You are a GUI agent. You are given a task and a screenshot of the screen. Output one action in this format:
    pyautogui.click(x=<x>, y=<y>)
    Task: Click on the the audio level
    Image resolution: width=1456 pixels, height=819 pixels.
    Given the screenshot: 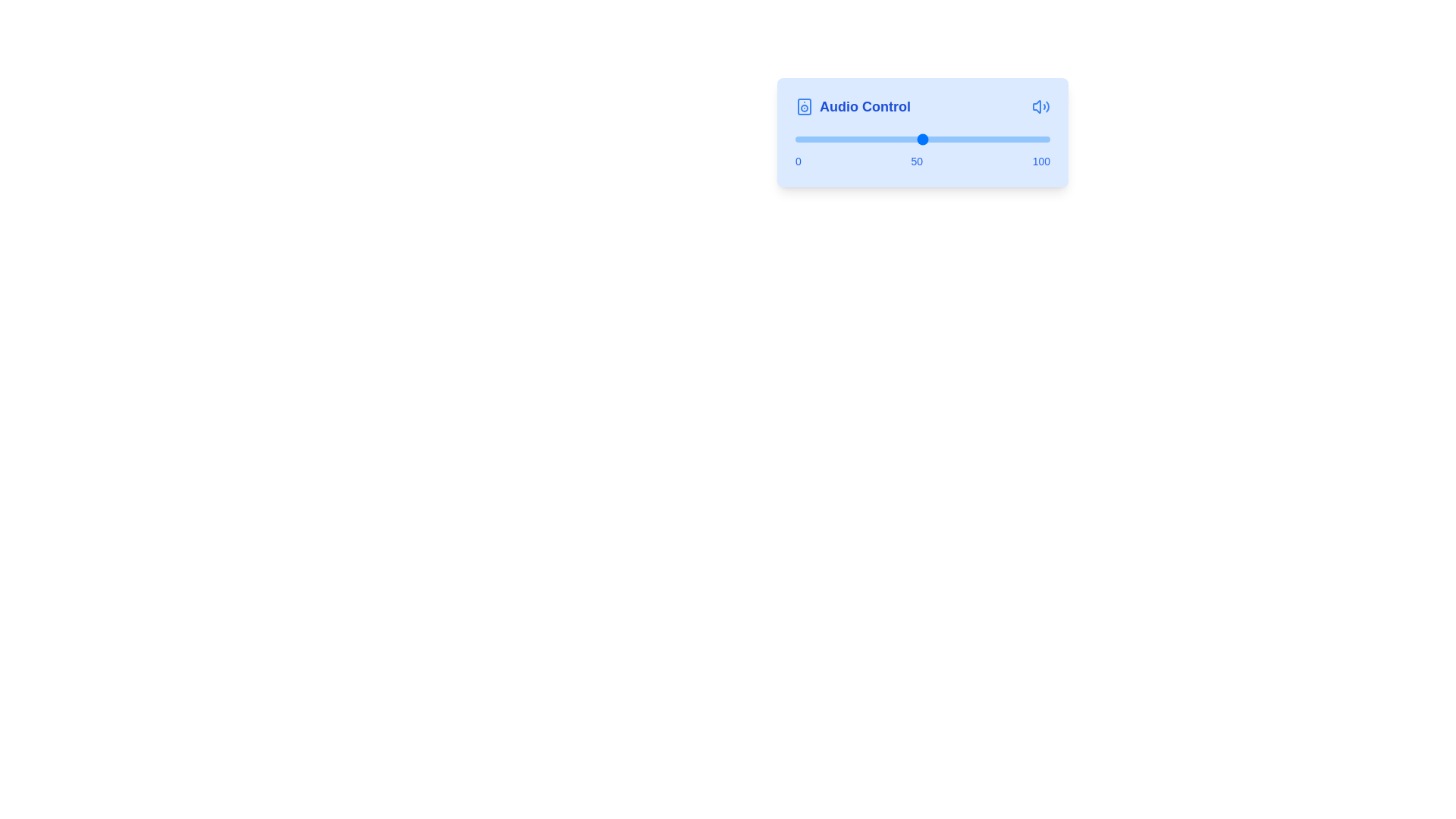 What is the action you would take?
    pyautogui.click(x=994, y=140)
    